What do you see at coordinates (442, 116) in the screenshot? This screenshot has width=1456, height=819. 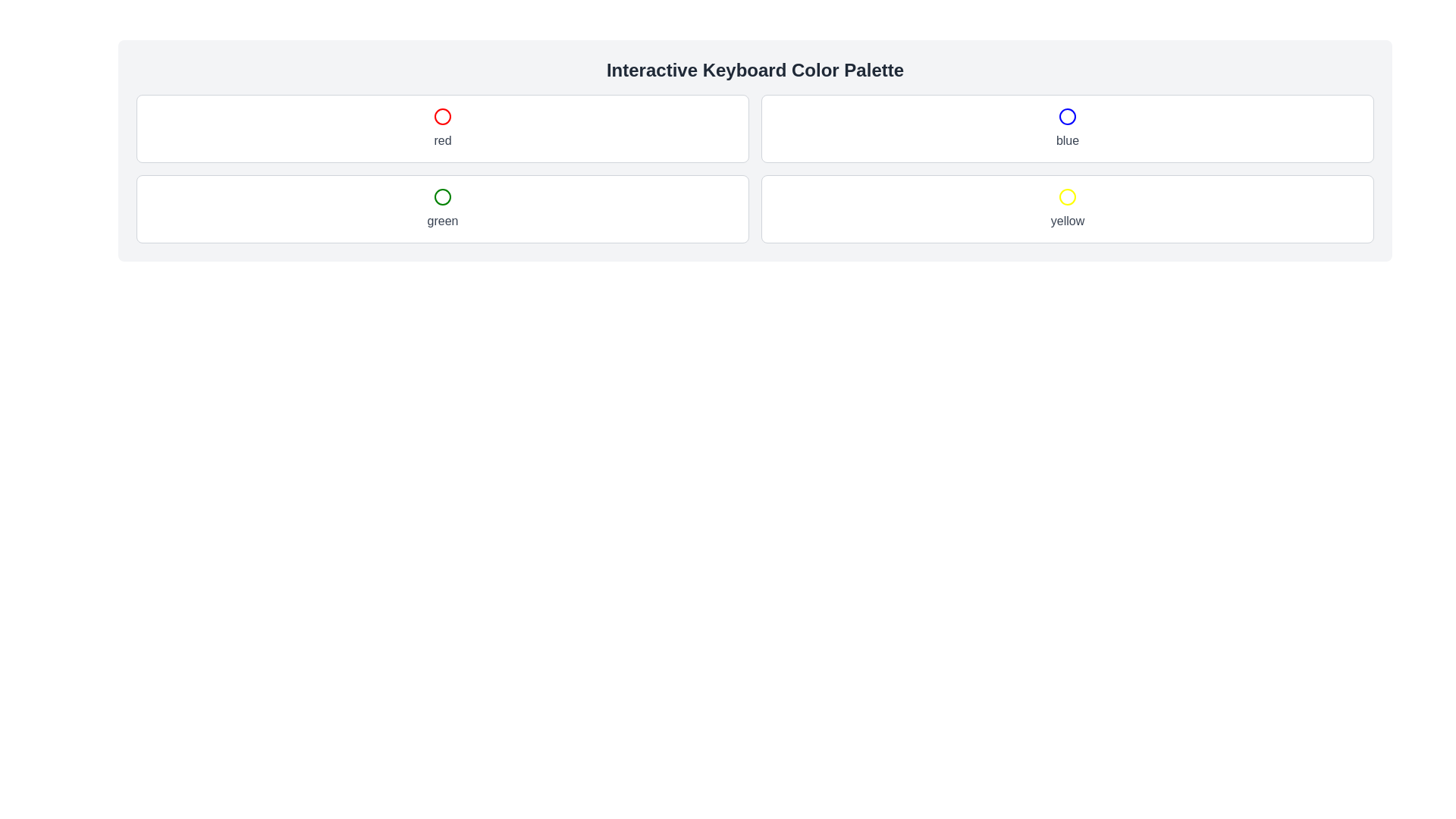 I see `the first red icon located in the top-left section of the grid interface` at bounding box center [442, 116].